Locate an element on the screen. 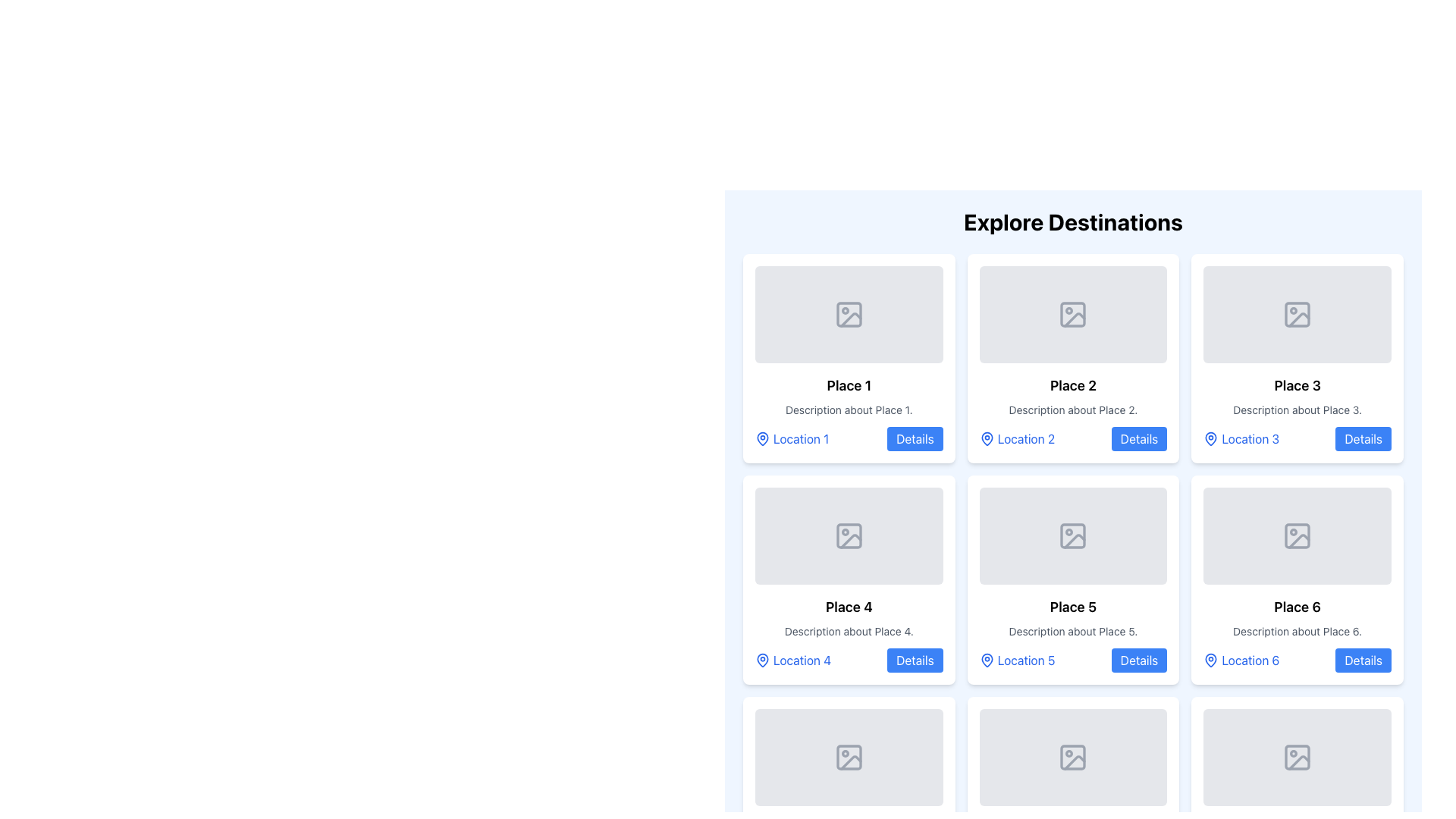  the informational text about 'Place 4', which is the second text node within its card, located below the title and above the details section is located at coordinates (848, 632).